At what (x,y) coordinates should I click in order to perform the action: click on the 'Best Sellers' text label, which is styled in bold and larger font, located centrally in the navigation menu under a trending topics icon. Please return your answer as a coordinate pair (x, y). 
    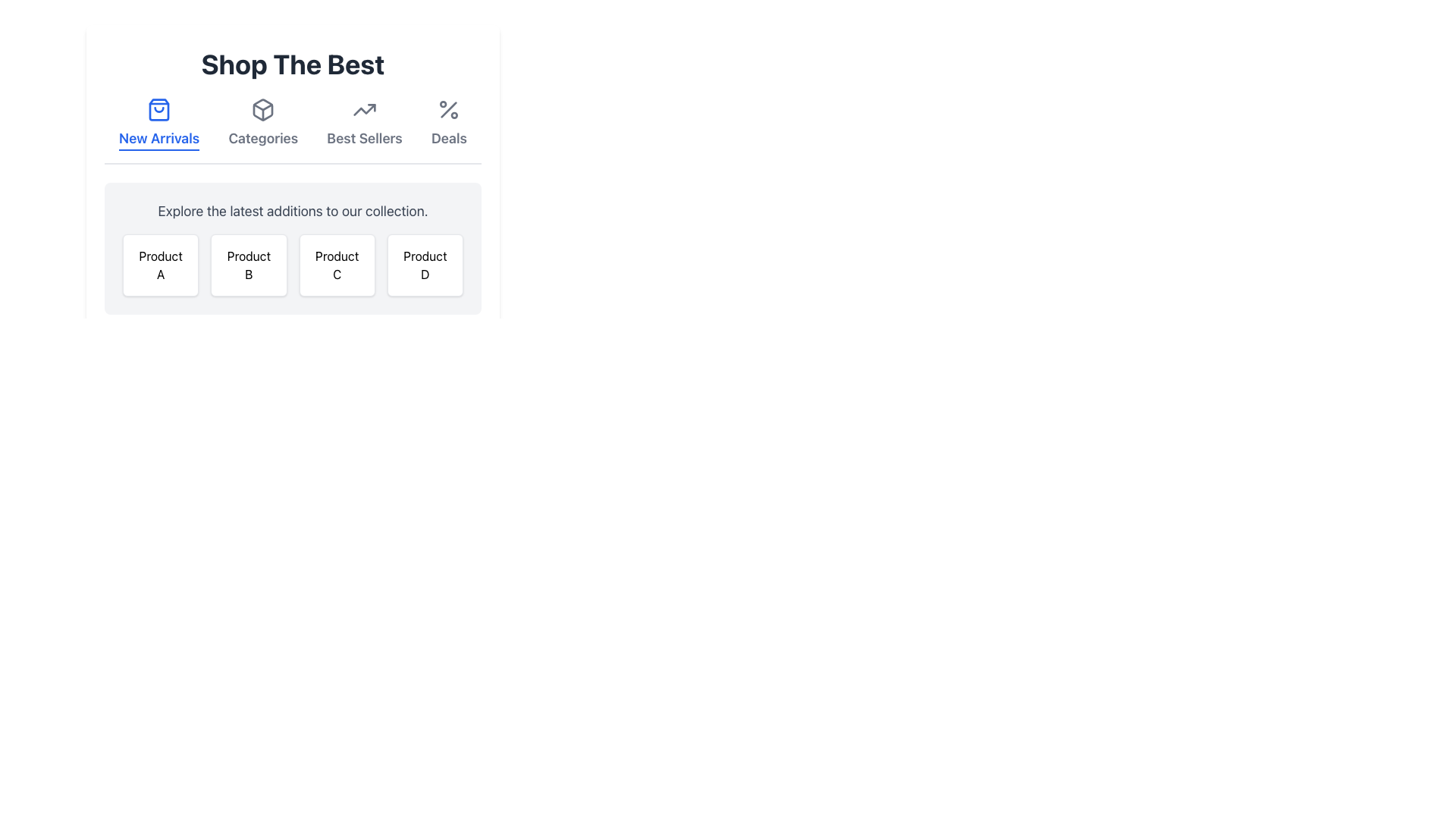
    Looking at the image, I should click on (365, 138).